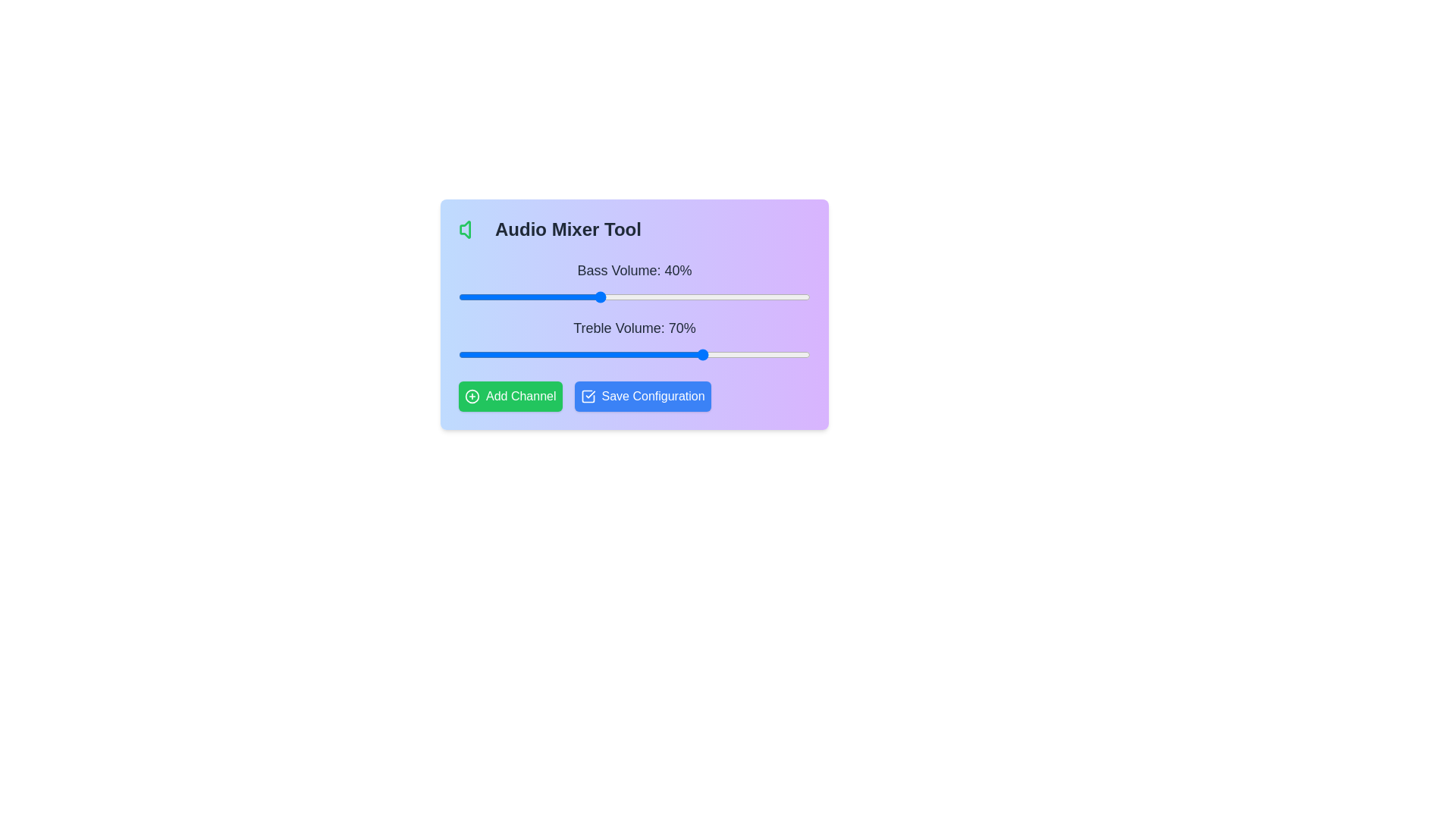 The image size is (1456, 819). Describe the element at coordinates (567, 230) in the screenshot. I see `the text label that serves as a header, positioned centrally in the interface and located to the right of the green speaker icon` at that location.